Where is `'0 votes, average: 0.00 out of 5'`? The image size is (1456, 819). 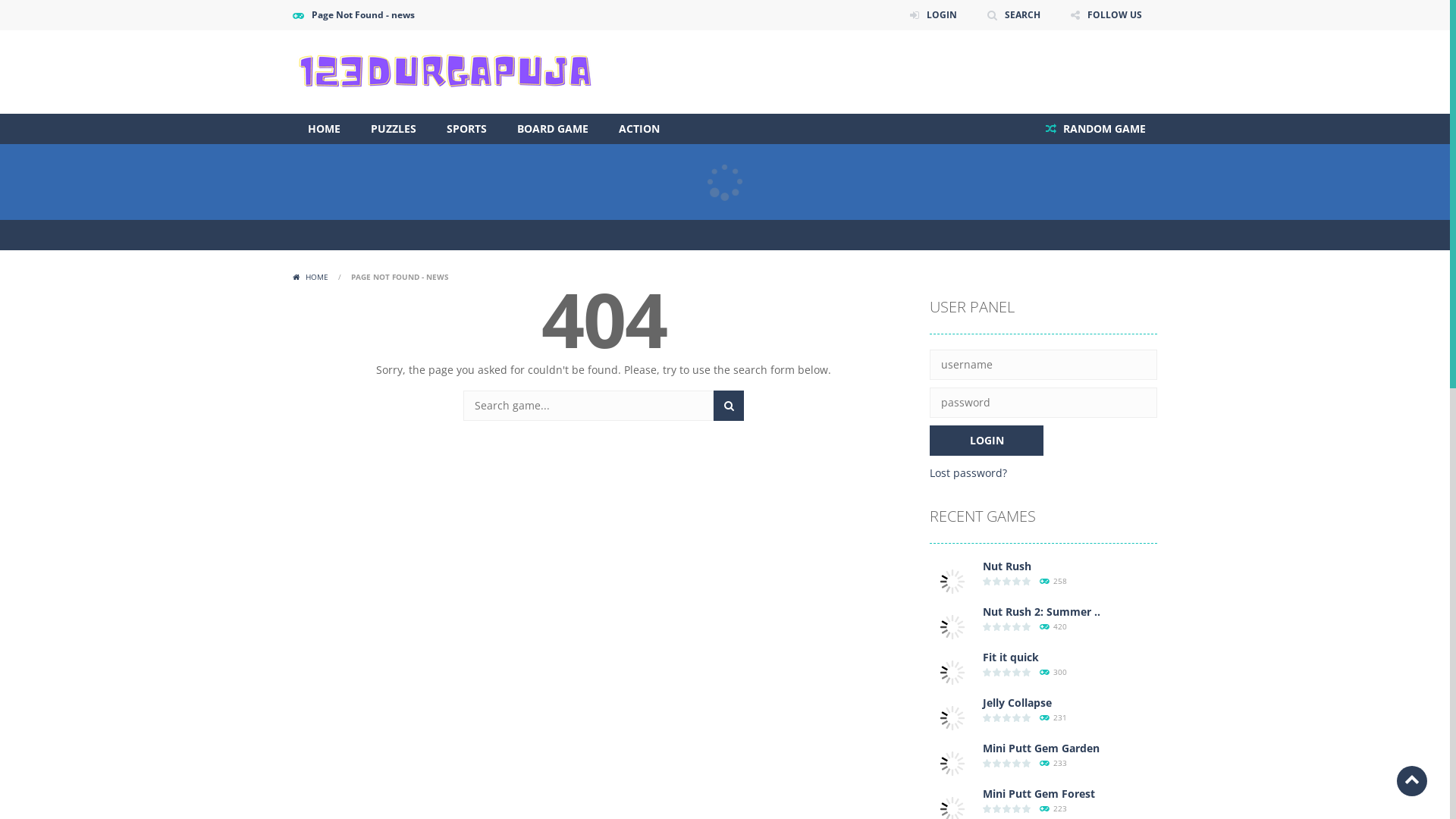 '0 votes, average: 0.00 out of 5' is located at coordinates (1017, 808).